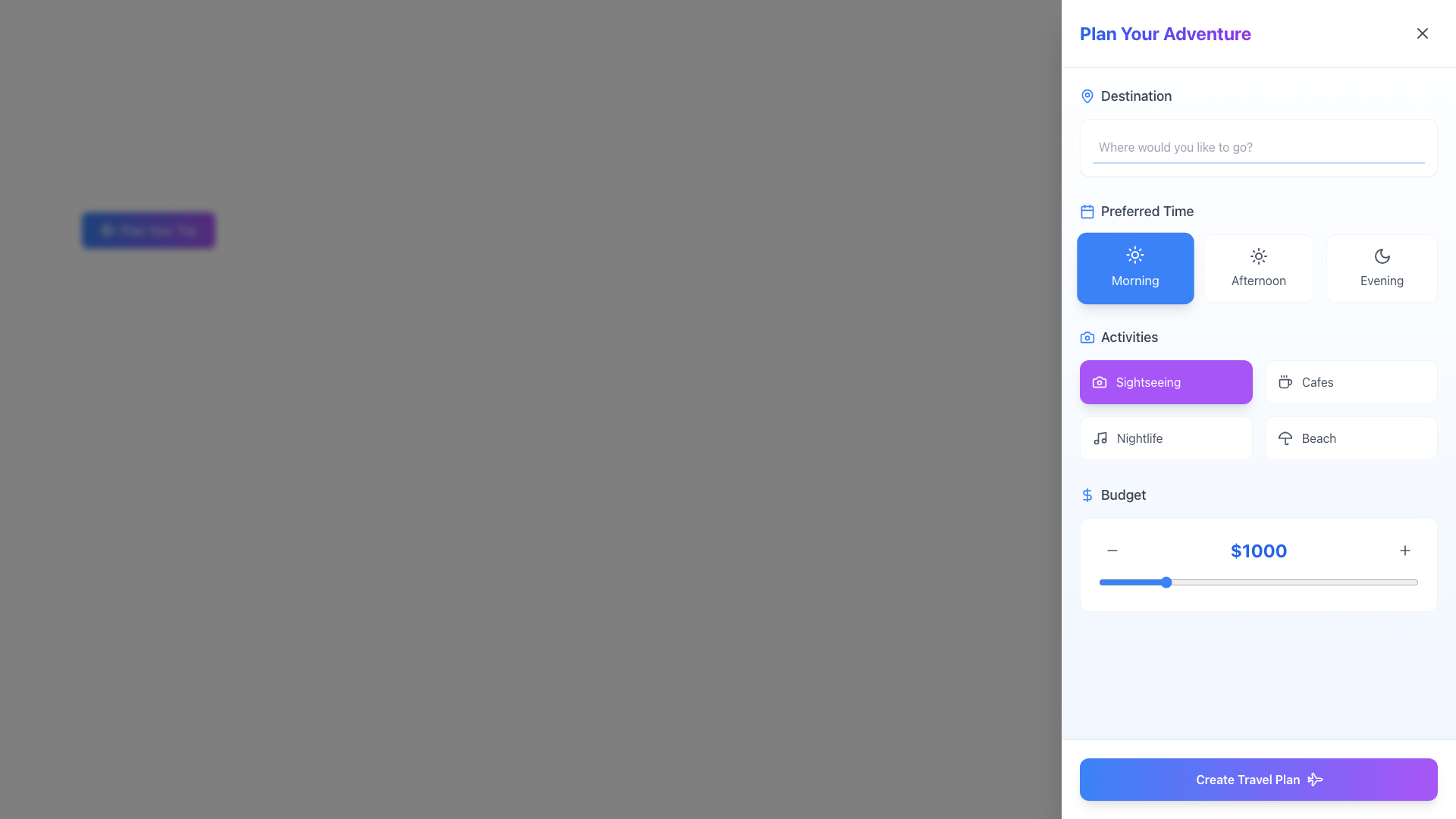 Image resolution: width=1456 pixels, height=819 pixels. What do you see at coordinates (1379, 581) in the screenshot?
I see `the budget value` at bounding box center [1379, 581].